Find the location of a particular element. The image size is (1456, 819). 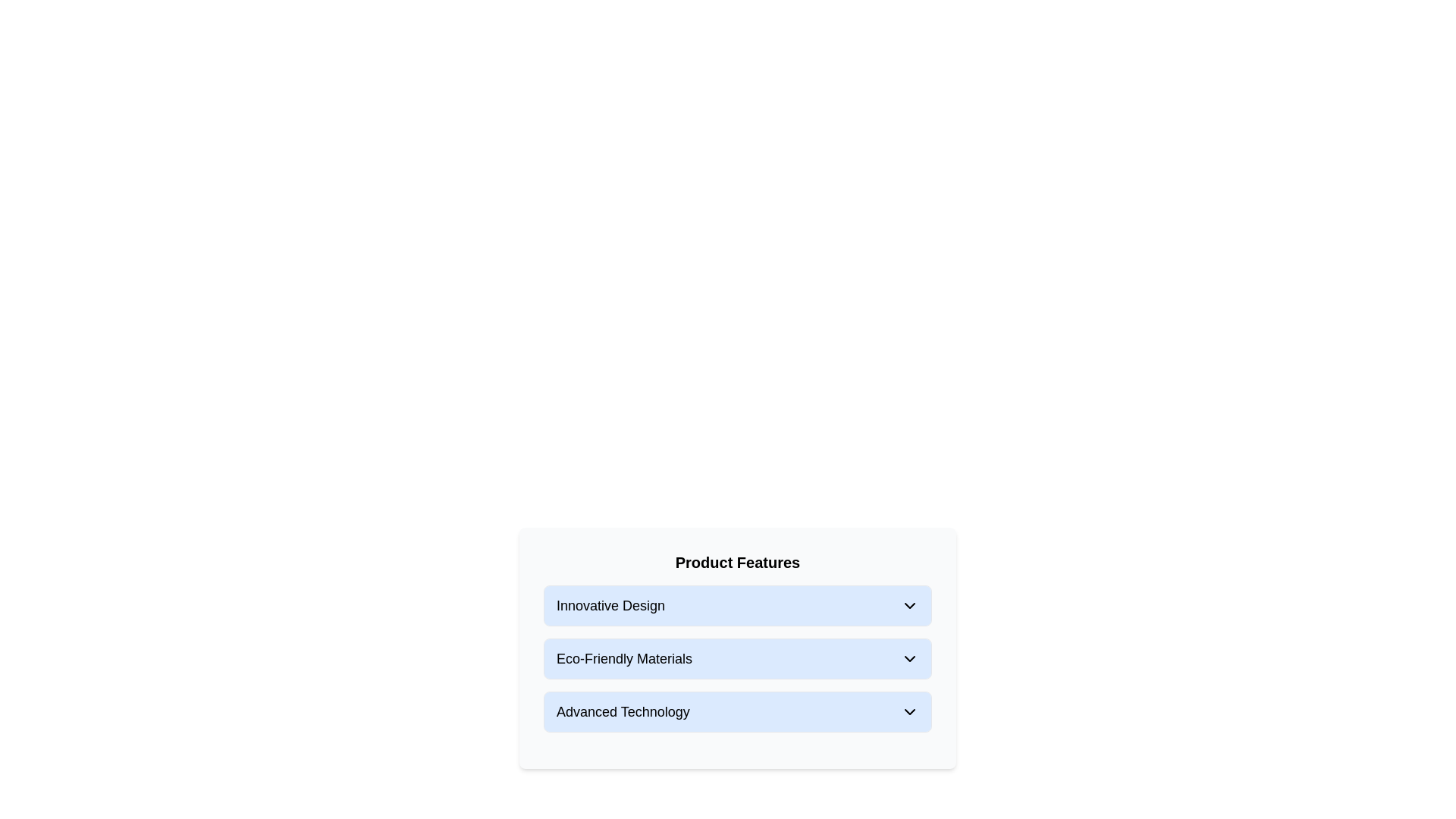

the 'Innovative Design' text label, which describes a feature in the 'Product Features' section of the UI is located at coordinates (610, 604).